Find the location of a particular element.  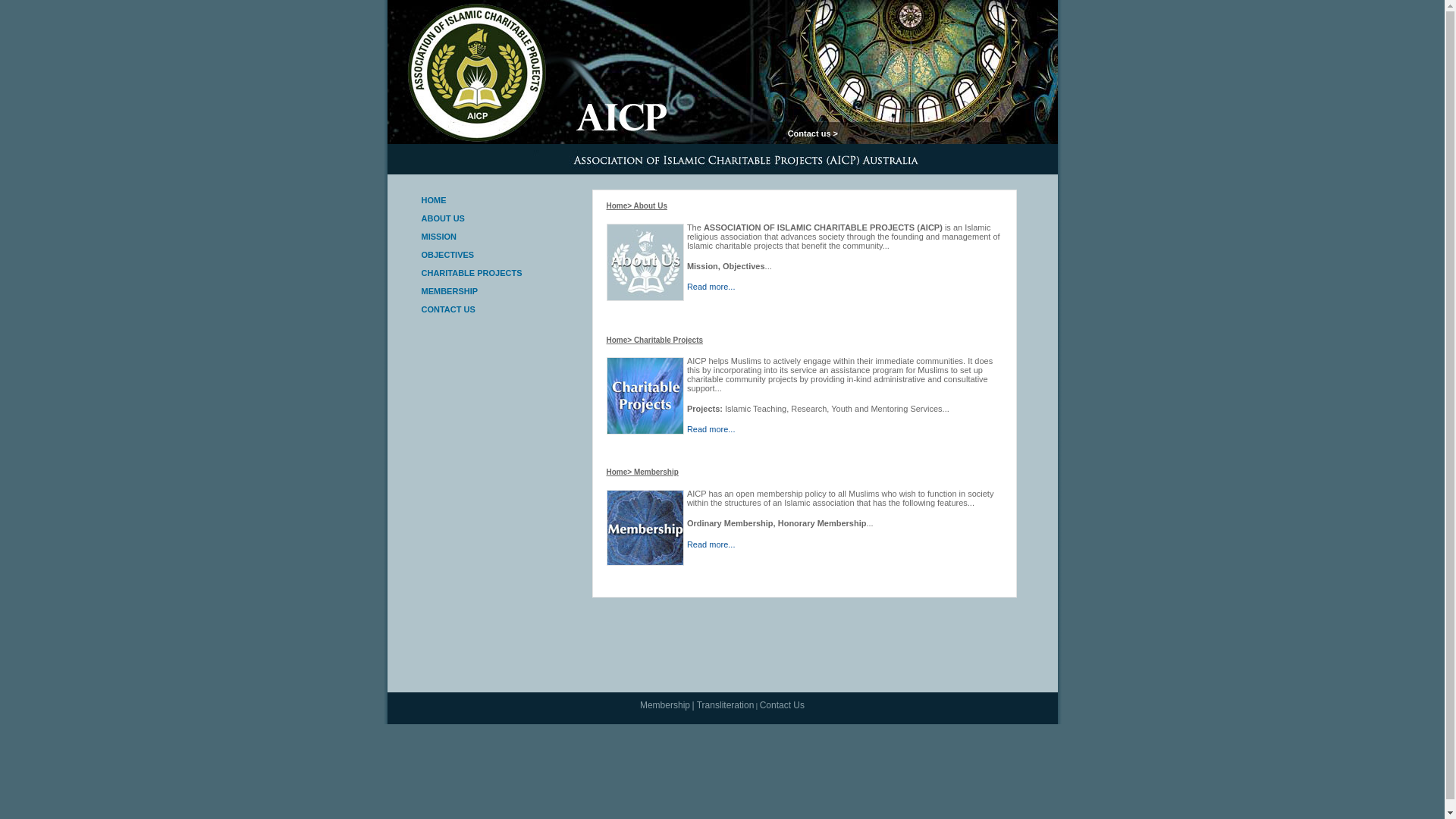

'MISSION' is located at coordinates (438, 237).